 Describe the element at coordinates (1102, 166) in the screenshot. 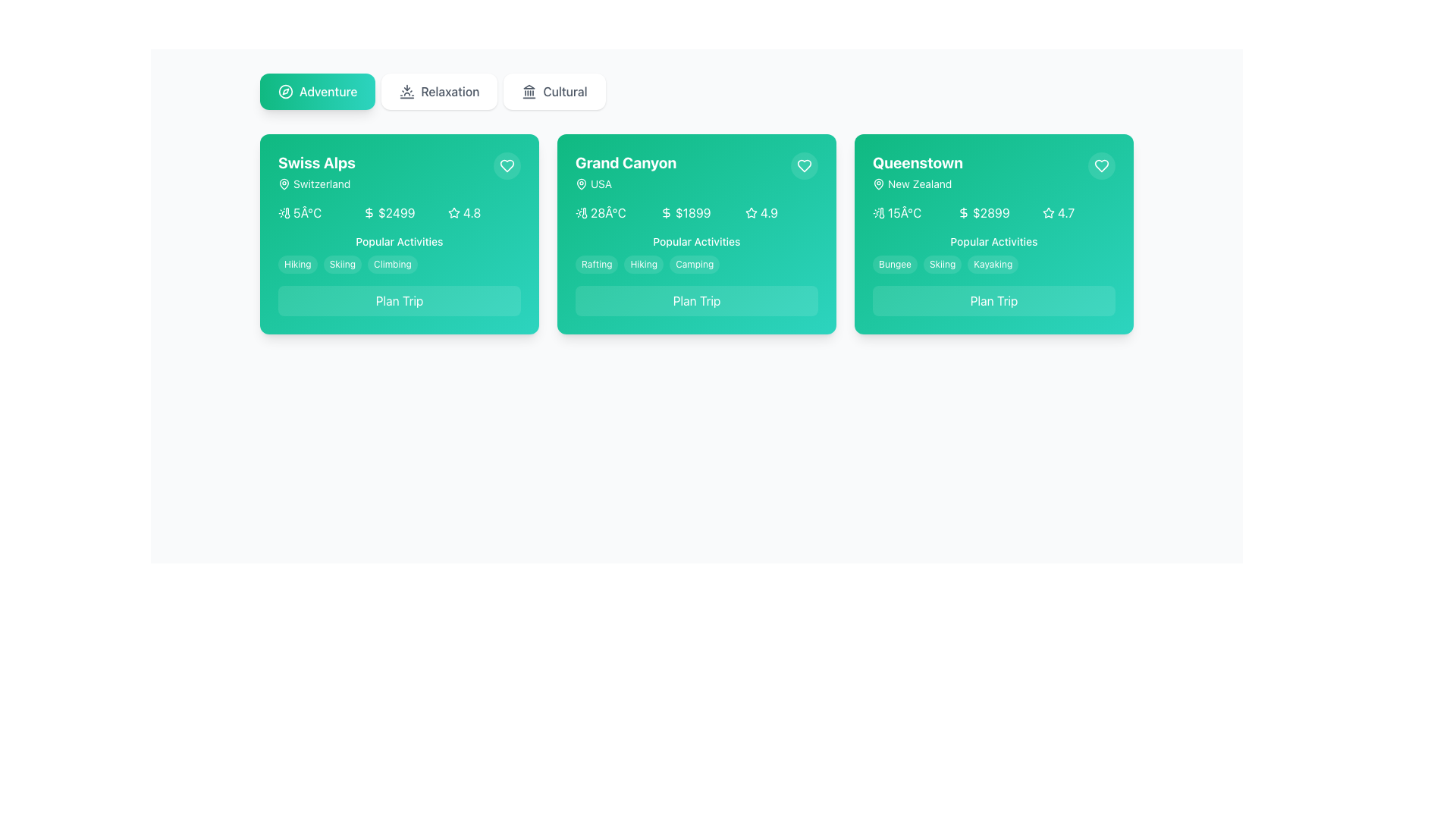

I see `the heart icon in the top-right corner of the 'Queenstown' card to mark it as favorite` at that location.